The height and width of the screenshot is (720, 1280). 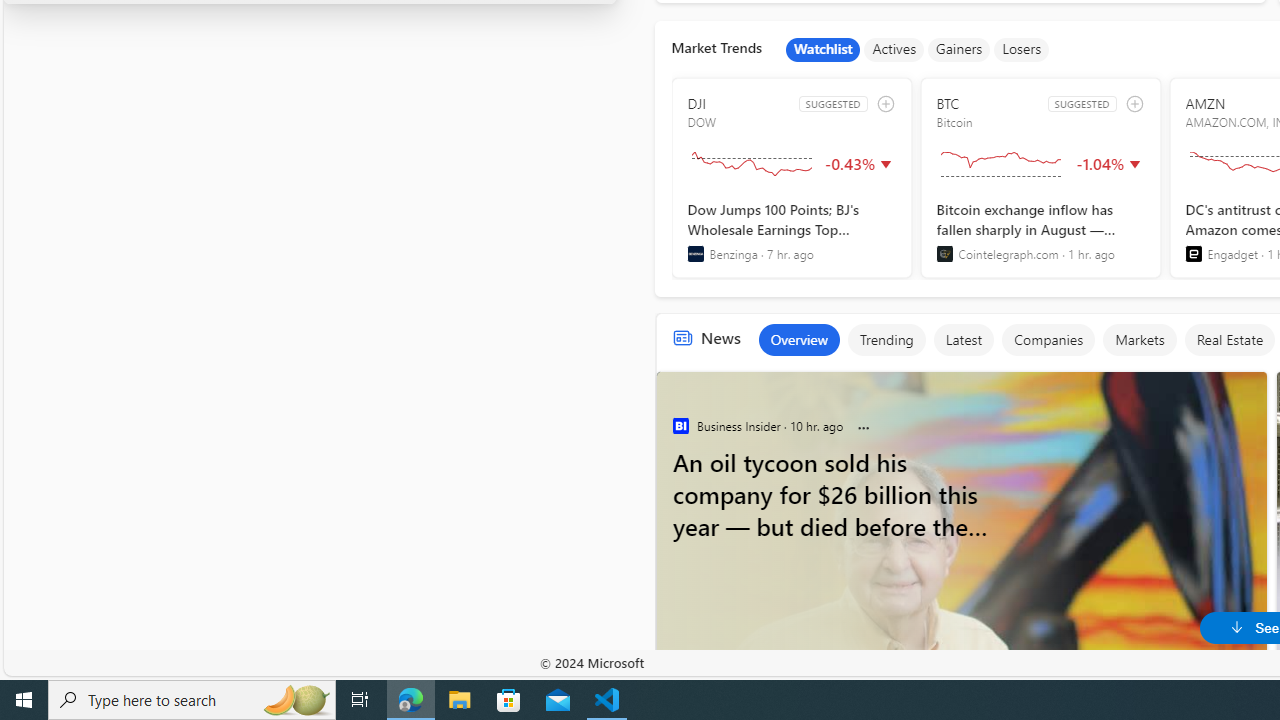 I want to click on 'Business Insider', so click(x=680, y=425).